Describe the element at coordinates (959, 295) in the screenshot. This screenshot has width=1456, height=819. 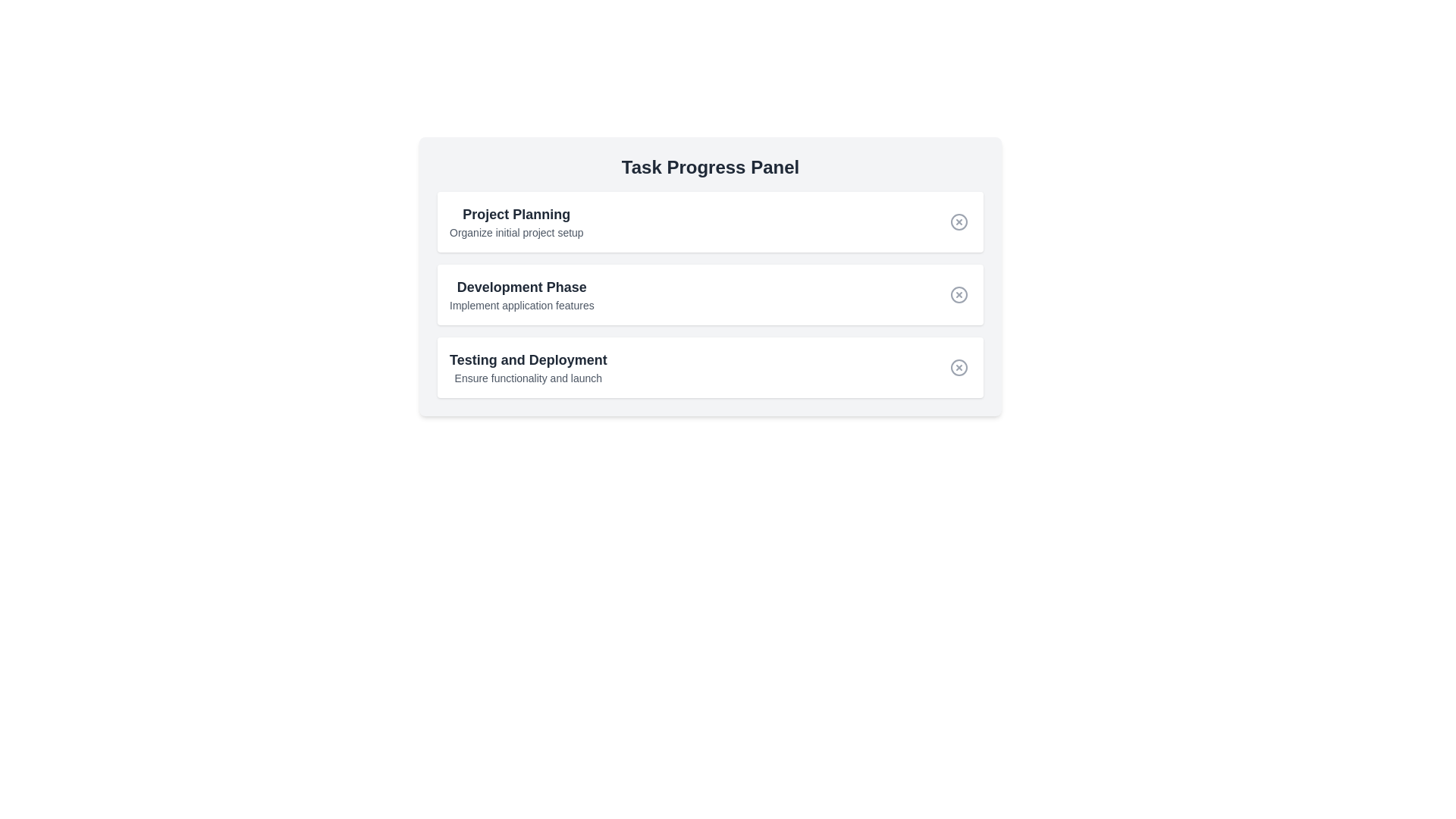
I see `the circular component of the 'cancel' or 'close' SVG icon located to the right of the 'Development Phase' label in the task progress panel` at that location.